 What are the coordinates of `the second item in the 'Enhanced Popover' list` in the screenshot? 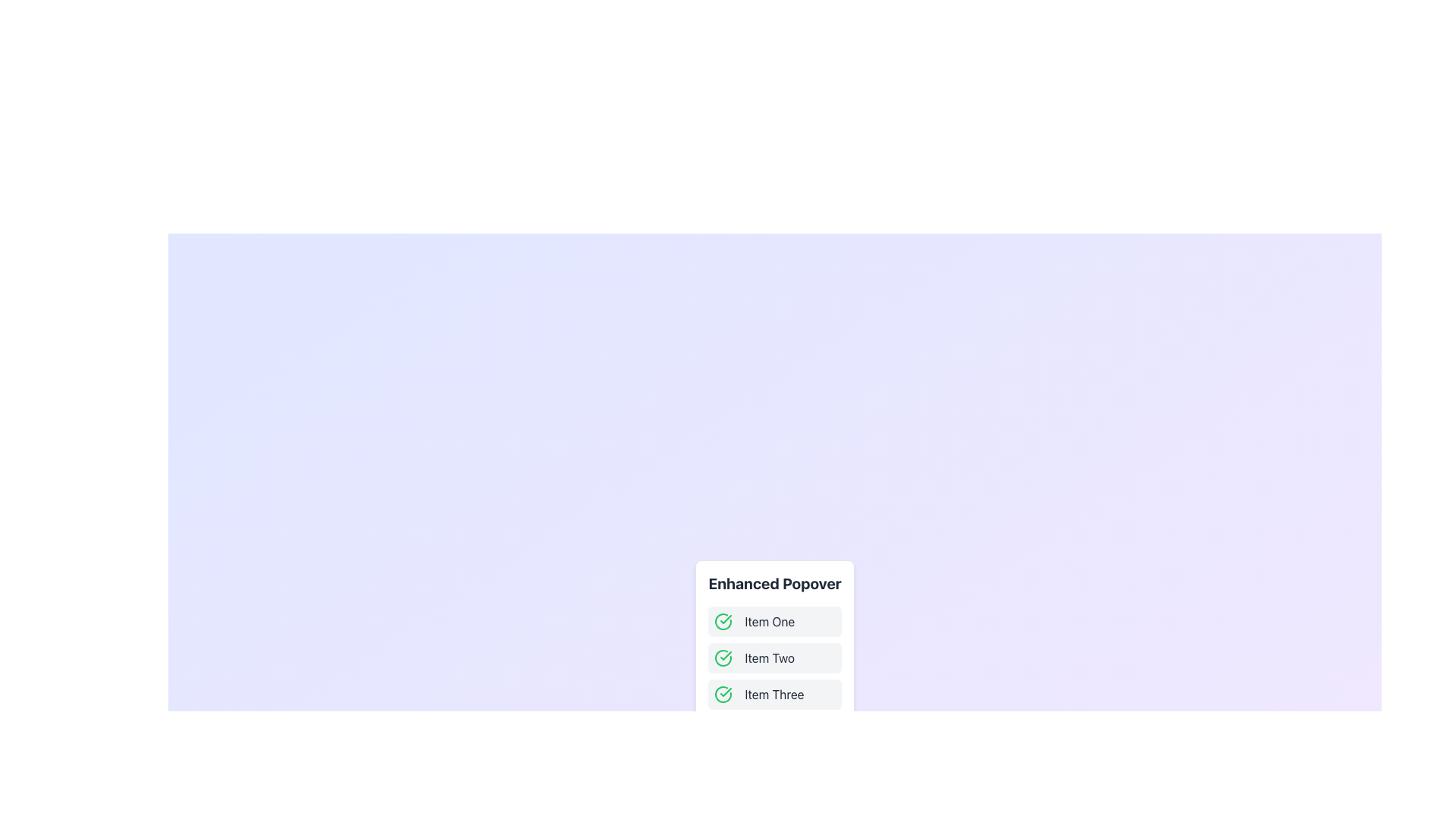 It's located at (775, 657).